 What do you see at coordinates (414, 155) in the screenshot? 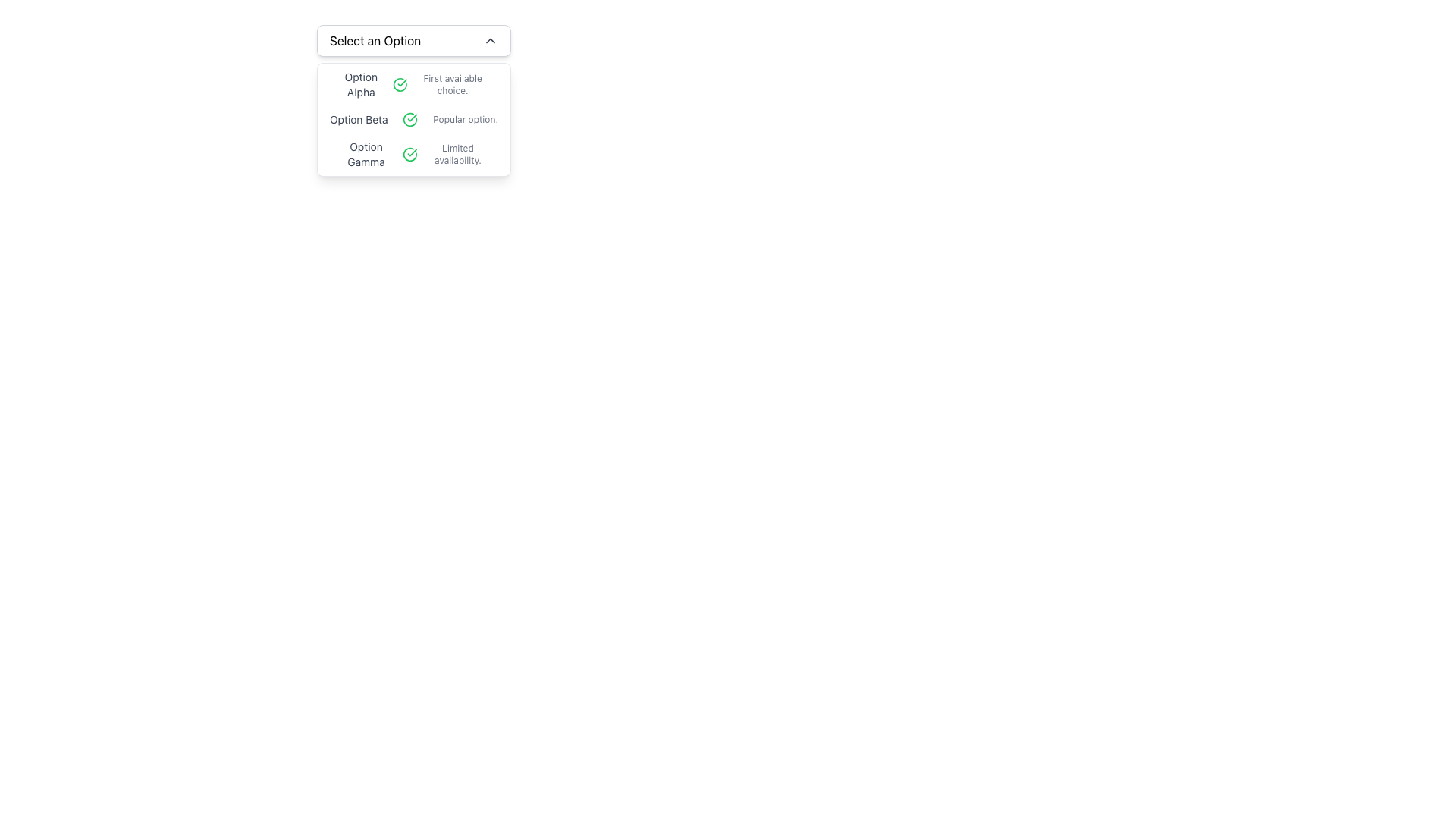
I see `the third list item labeled 'Option Gamma'` at bounding box center [414, 155].